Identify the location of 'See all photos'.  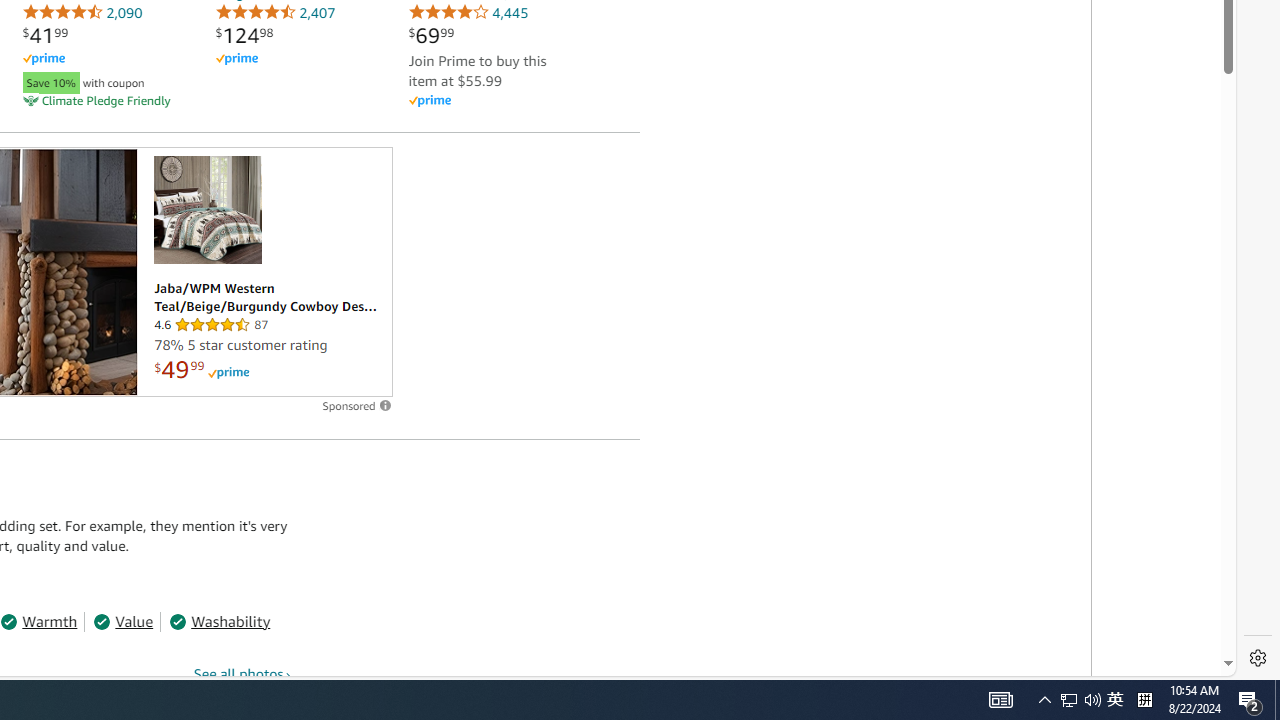
(242, 673).